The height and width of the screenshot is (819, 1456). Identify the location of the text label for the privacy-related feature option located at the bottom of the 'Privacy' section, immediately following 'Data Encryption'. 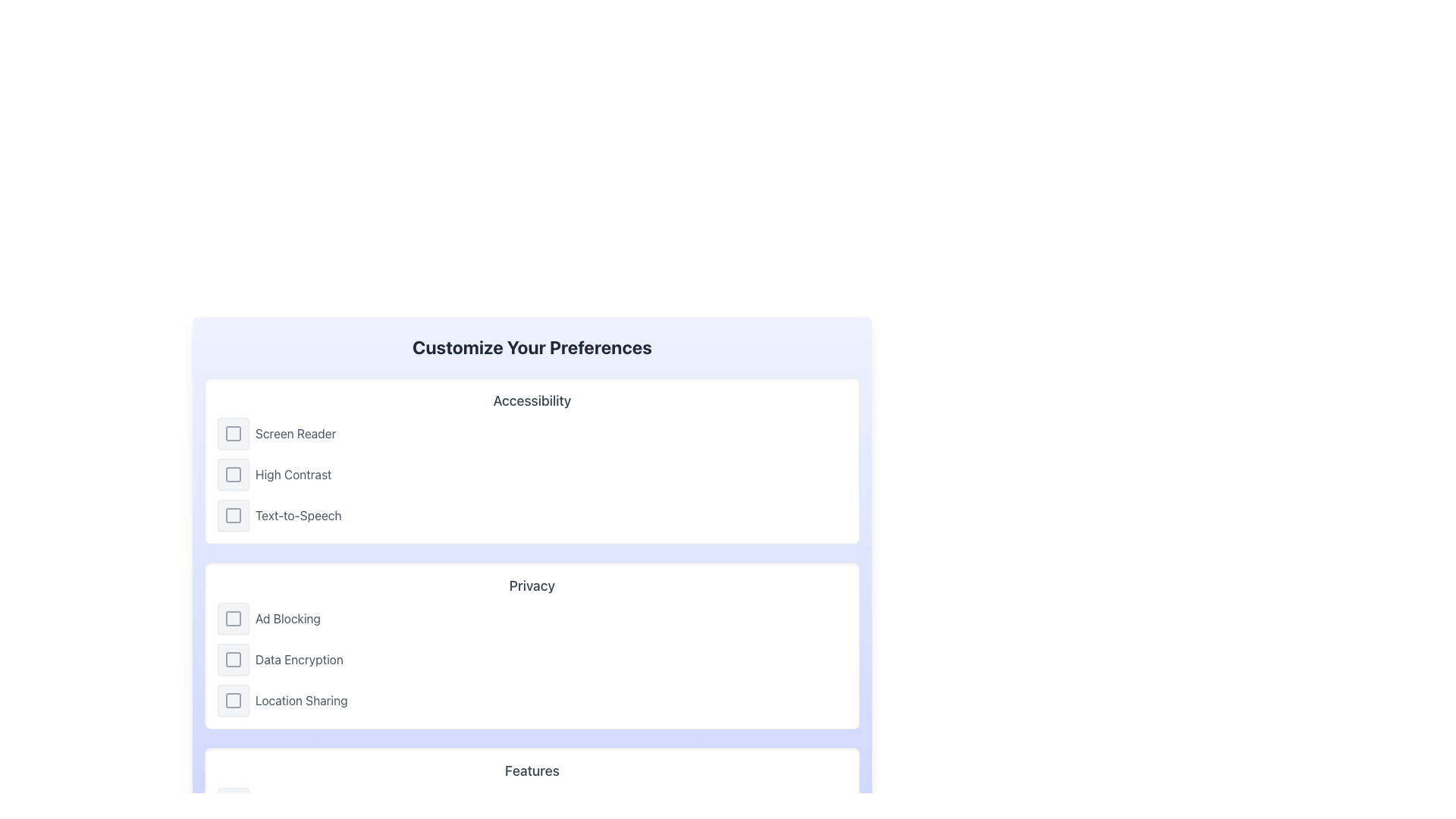
(301, 701).